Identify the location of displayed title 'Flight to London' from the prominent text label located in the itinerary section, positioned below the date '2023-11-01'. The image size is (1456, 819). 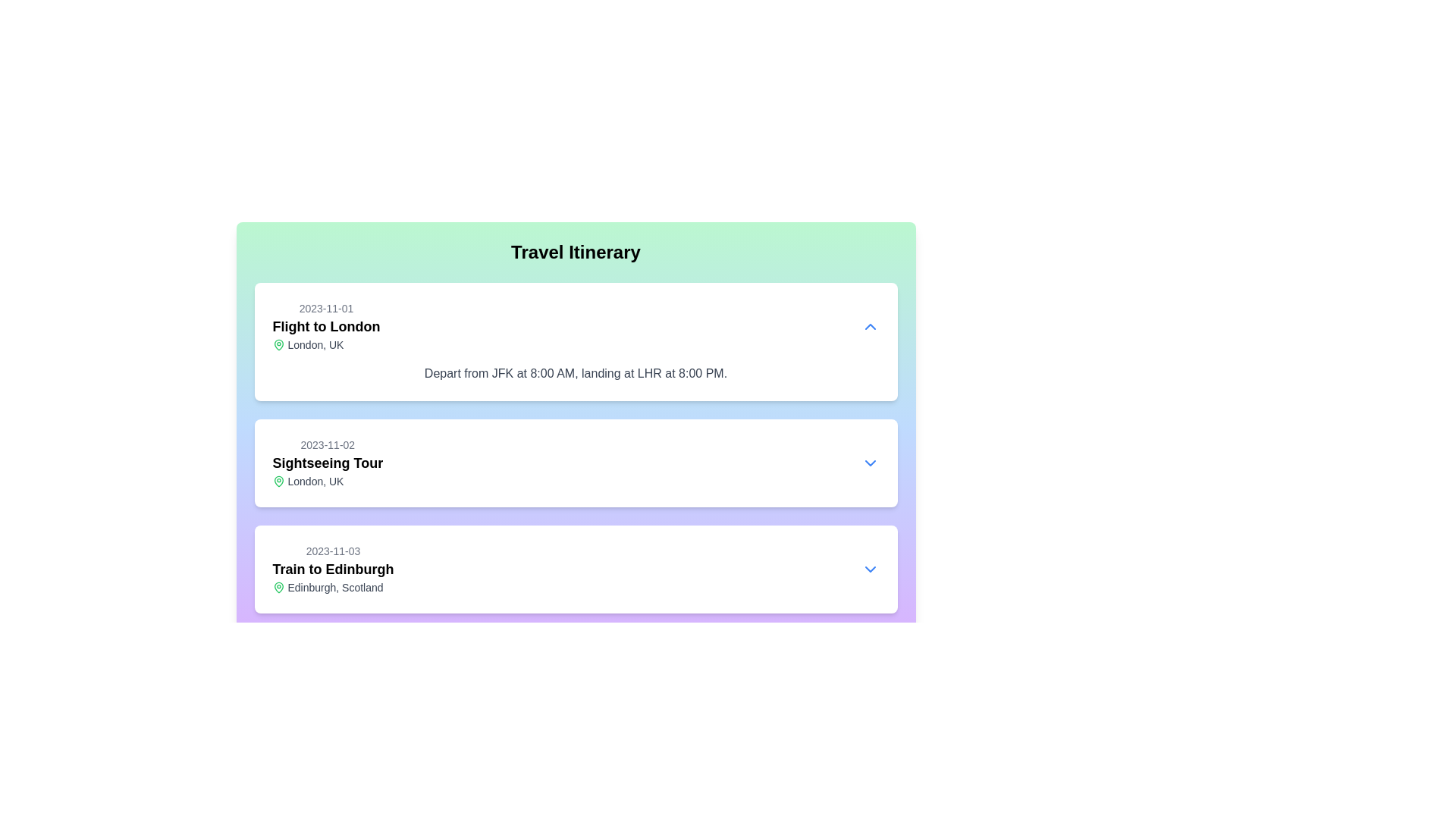
(325, 326).